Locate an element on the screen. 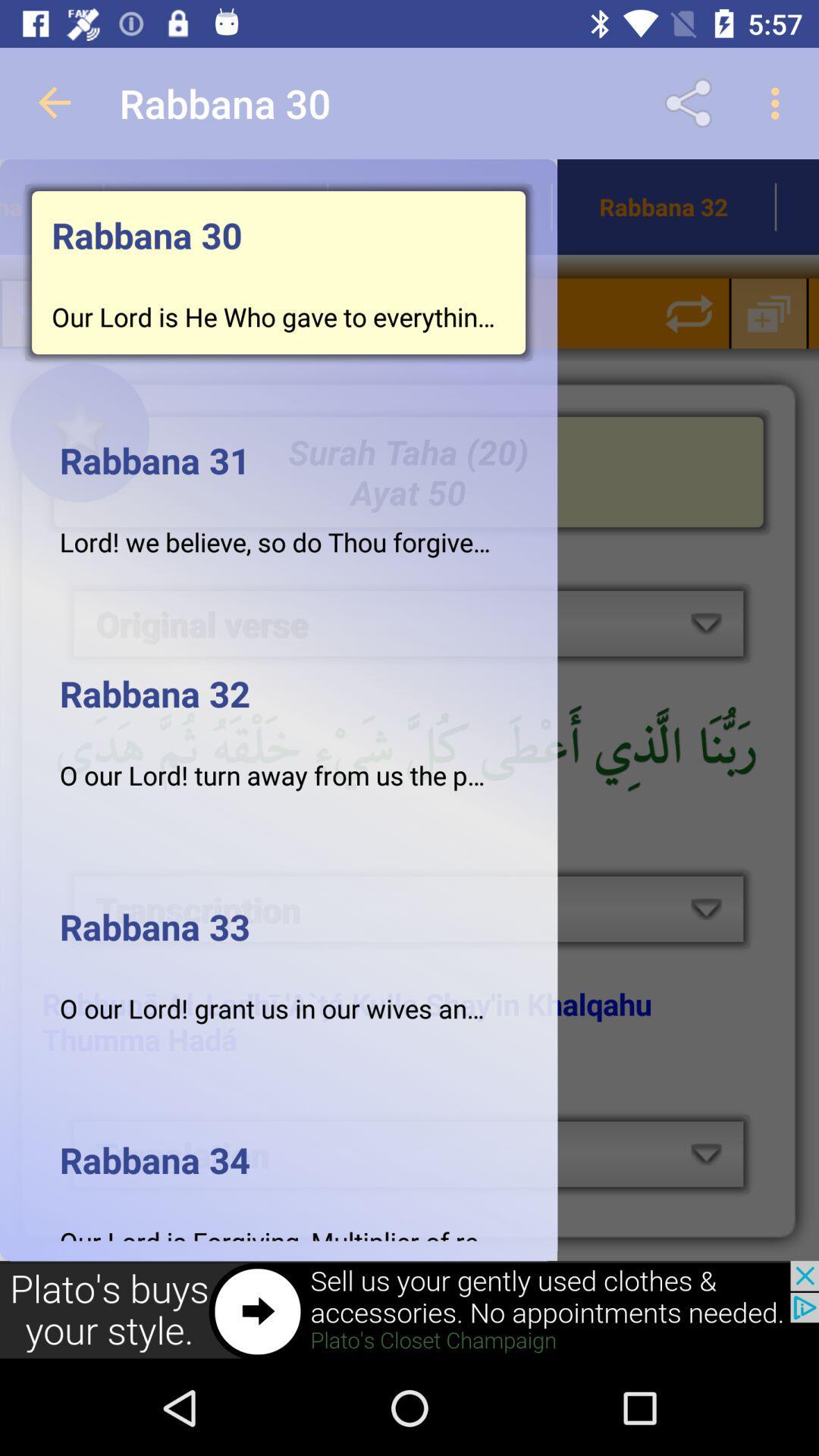 Image resolution: width=819 pixels, height=1456 pixels. the more icon is located at coordinates (359, 312).